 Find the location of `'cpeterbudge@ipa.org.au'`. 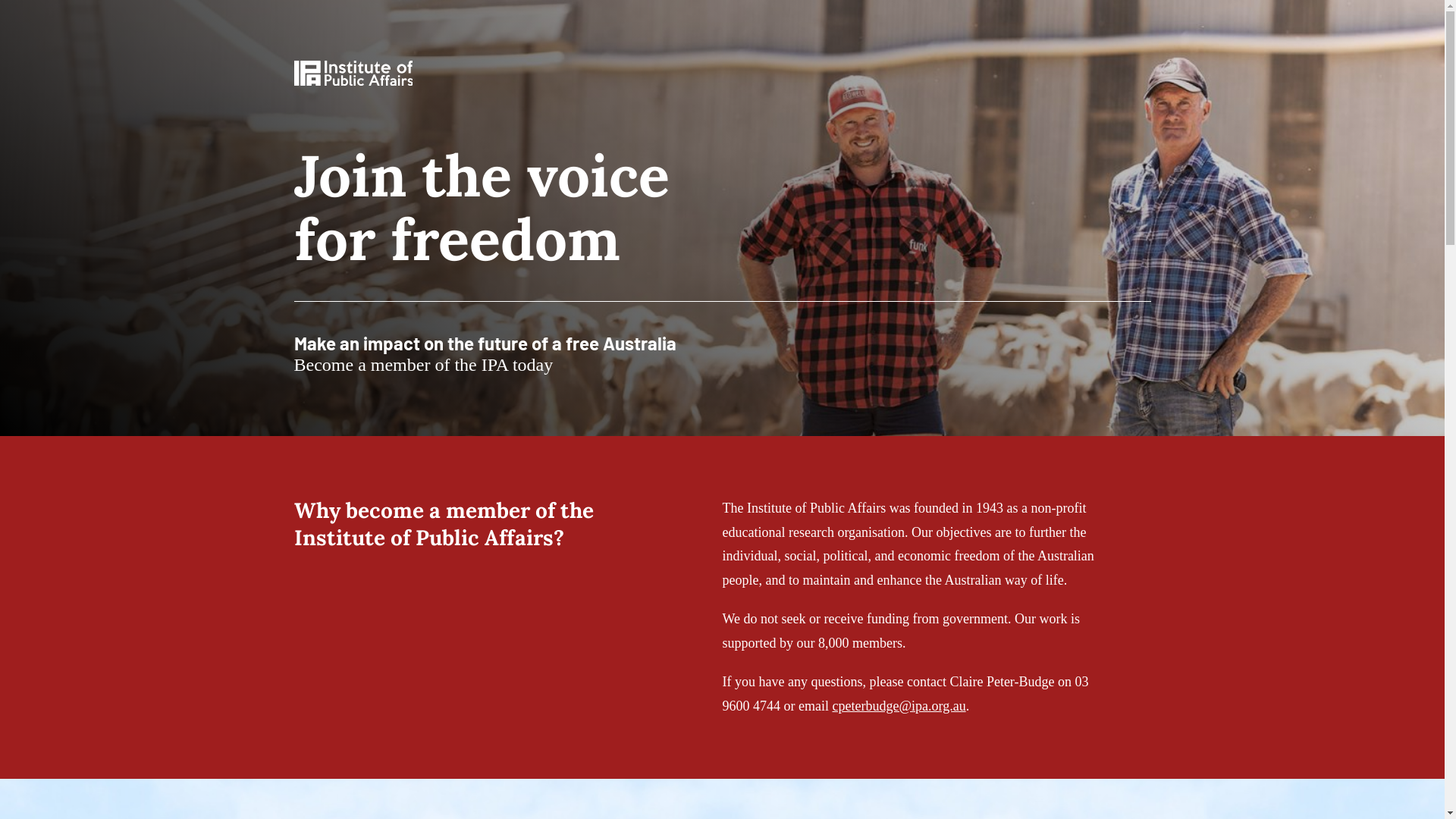

'cpeterbudge@ipa.org.au' is located at coordinates (831, 705).